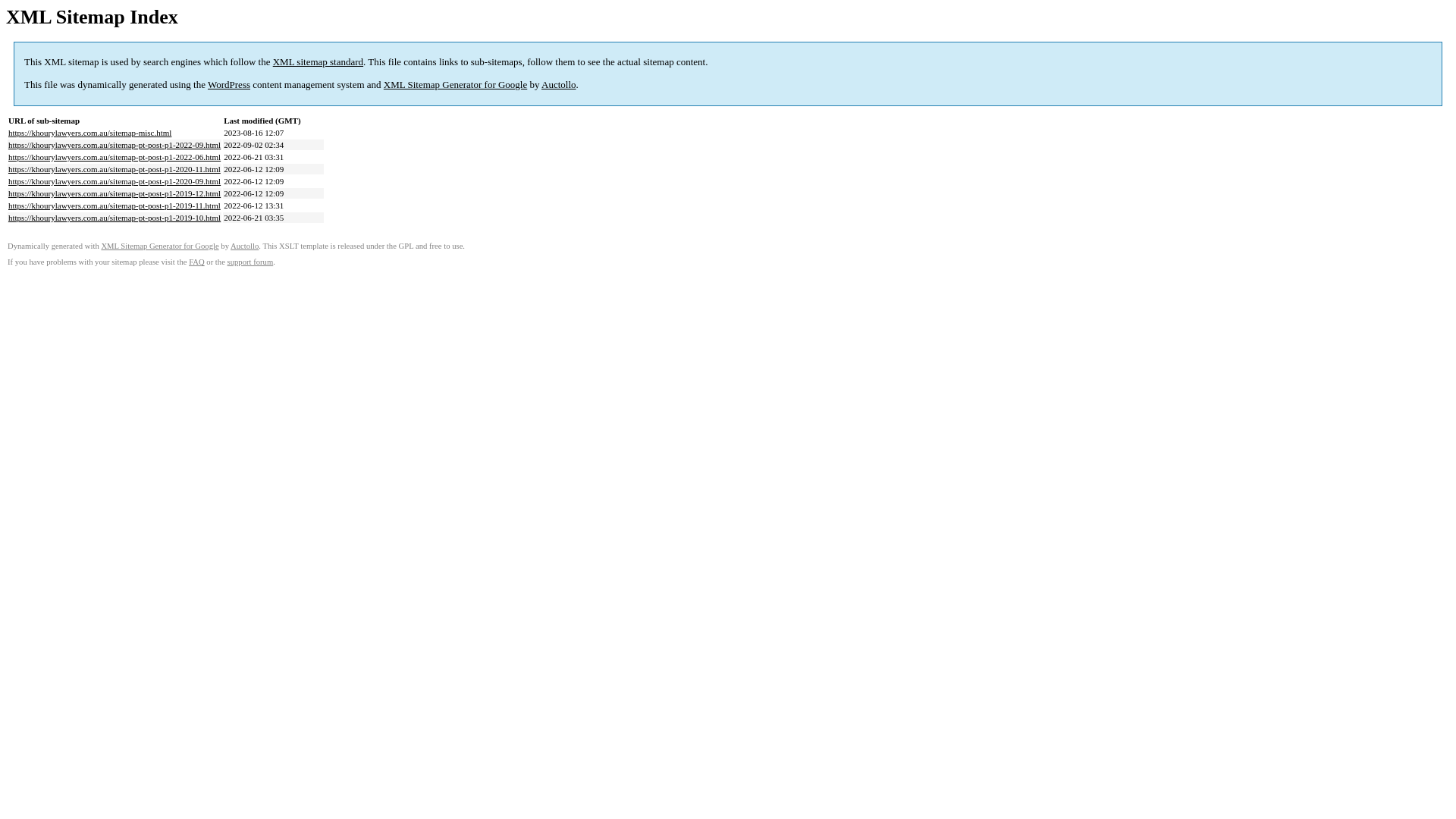 The width and height of the screenshot is (1456, 819). I want to click on 'Auctollo', so click(558, 84).